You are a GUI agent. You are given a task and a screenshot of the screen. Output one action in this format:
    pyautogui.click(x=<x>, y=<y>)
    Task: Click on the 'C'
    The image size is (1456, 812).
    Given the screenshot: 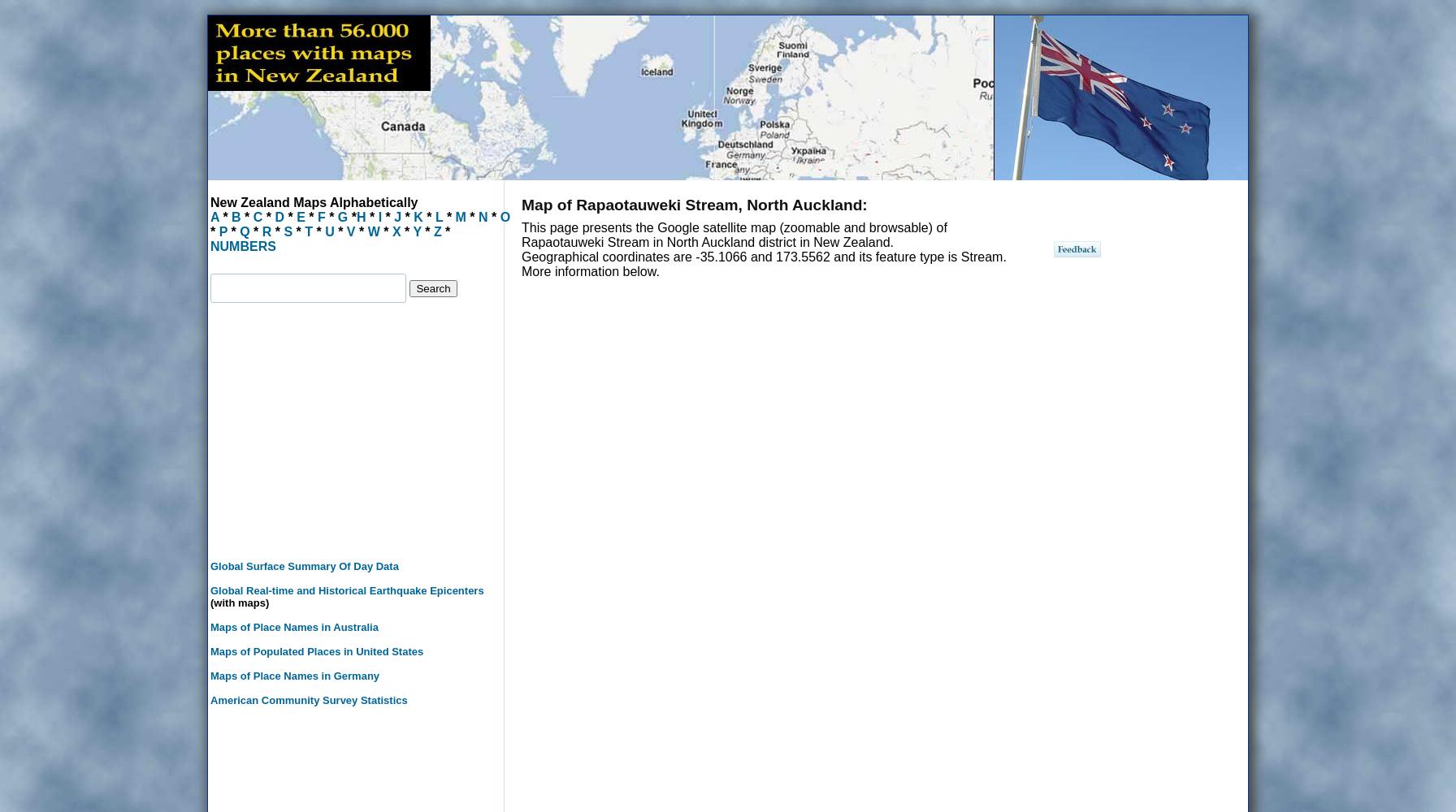 What is the action you would take?
    pyautogui.click(x=258, y=217)
    